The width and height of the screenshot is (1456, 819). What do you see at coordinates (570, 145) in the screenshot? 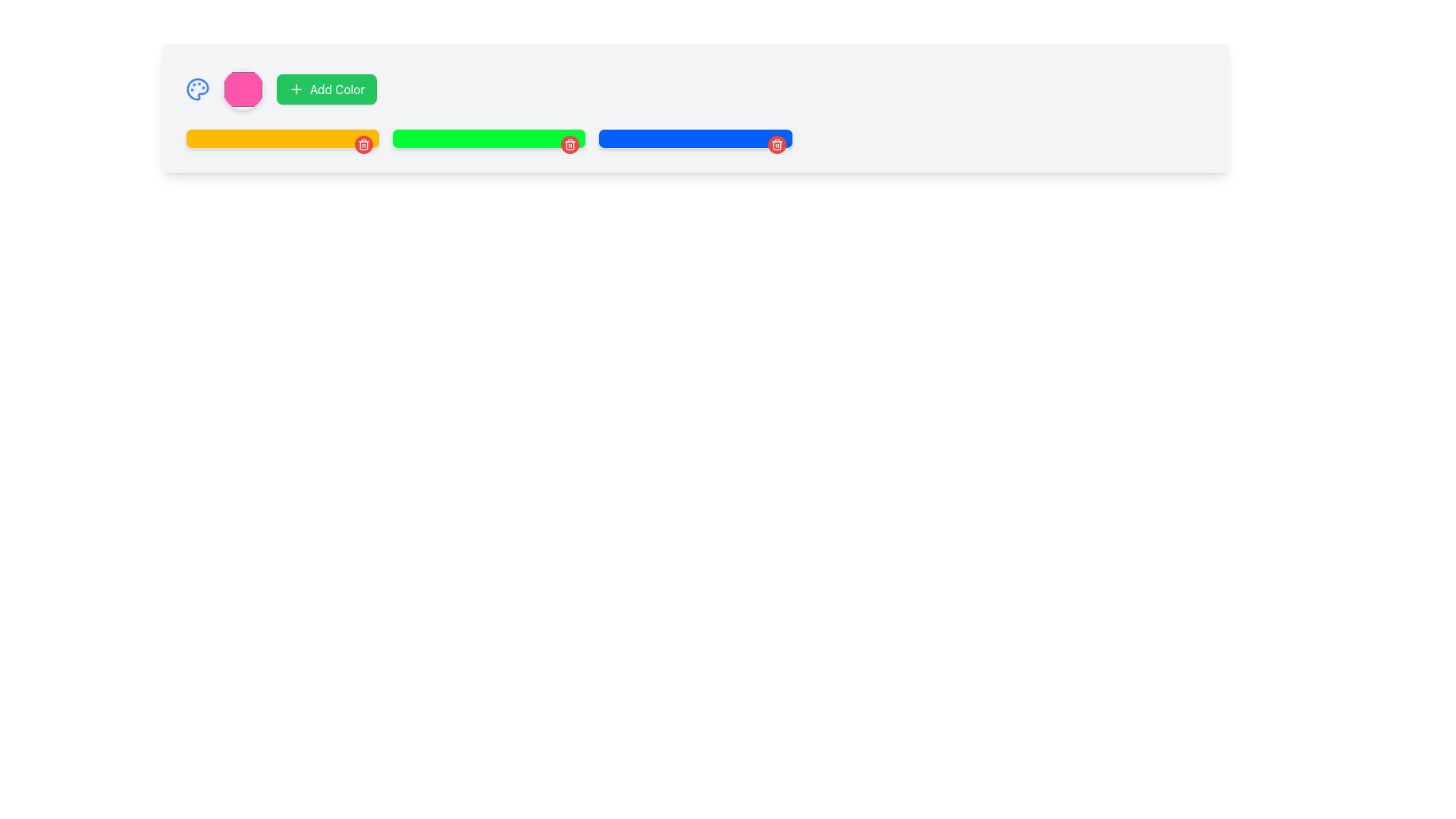
I see `the trash bin icon button with a red circular background located at the top-right corner of the card` at bounding box center [570, 145].